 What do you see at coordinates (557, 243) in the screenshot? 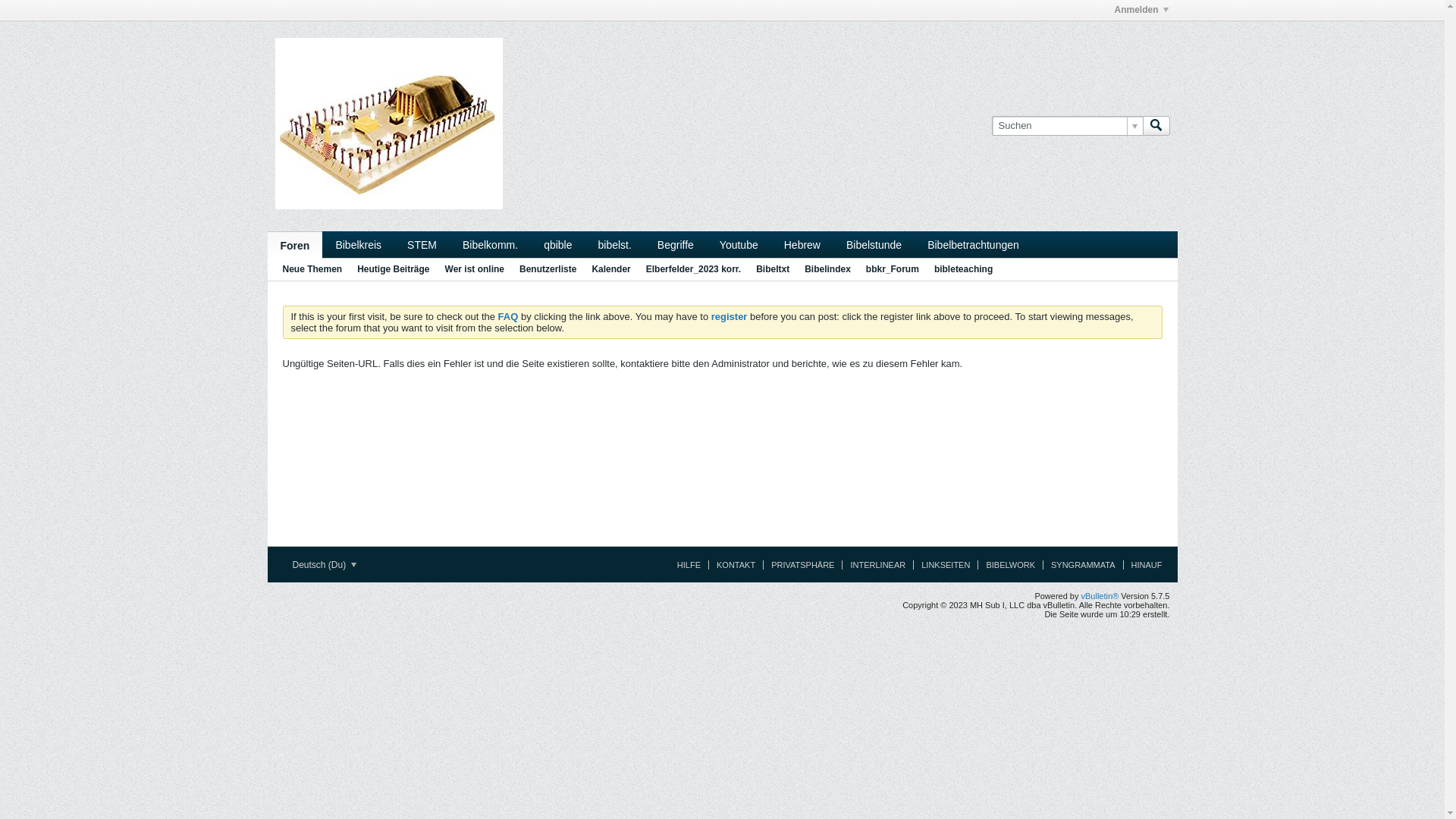
I see `'qbible'` at bounding box center [557, 243].